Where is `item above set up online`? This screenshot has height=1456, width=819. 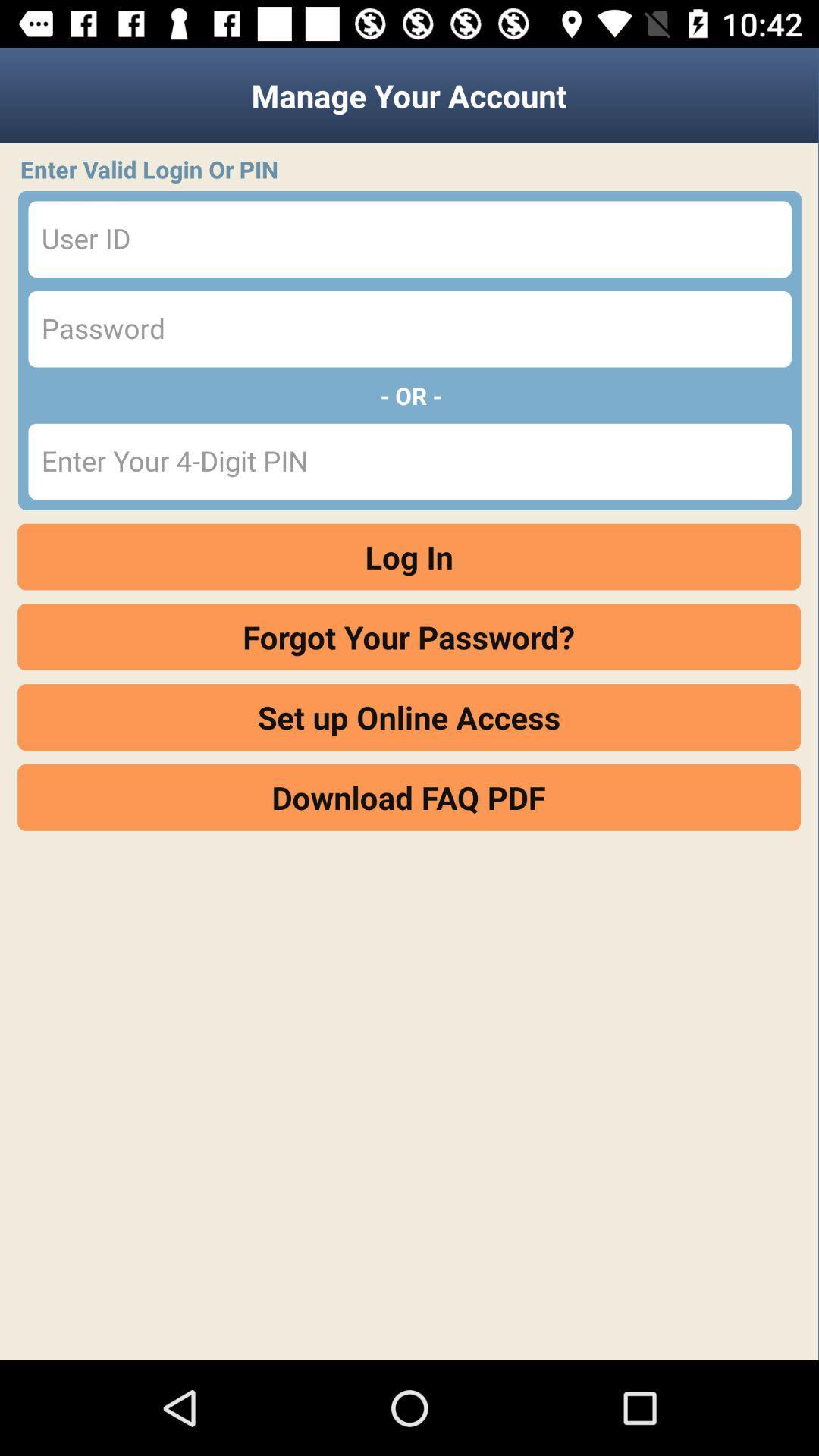
item above set up online is located at coordinates (408, 637).